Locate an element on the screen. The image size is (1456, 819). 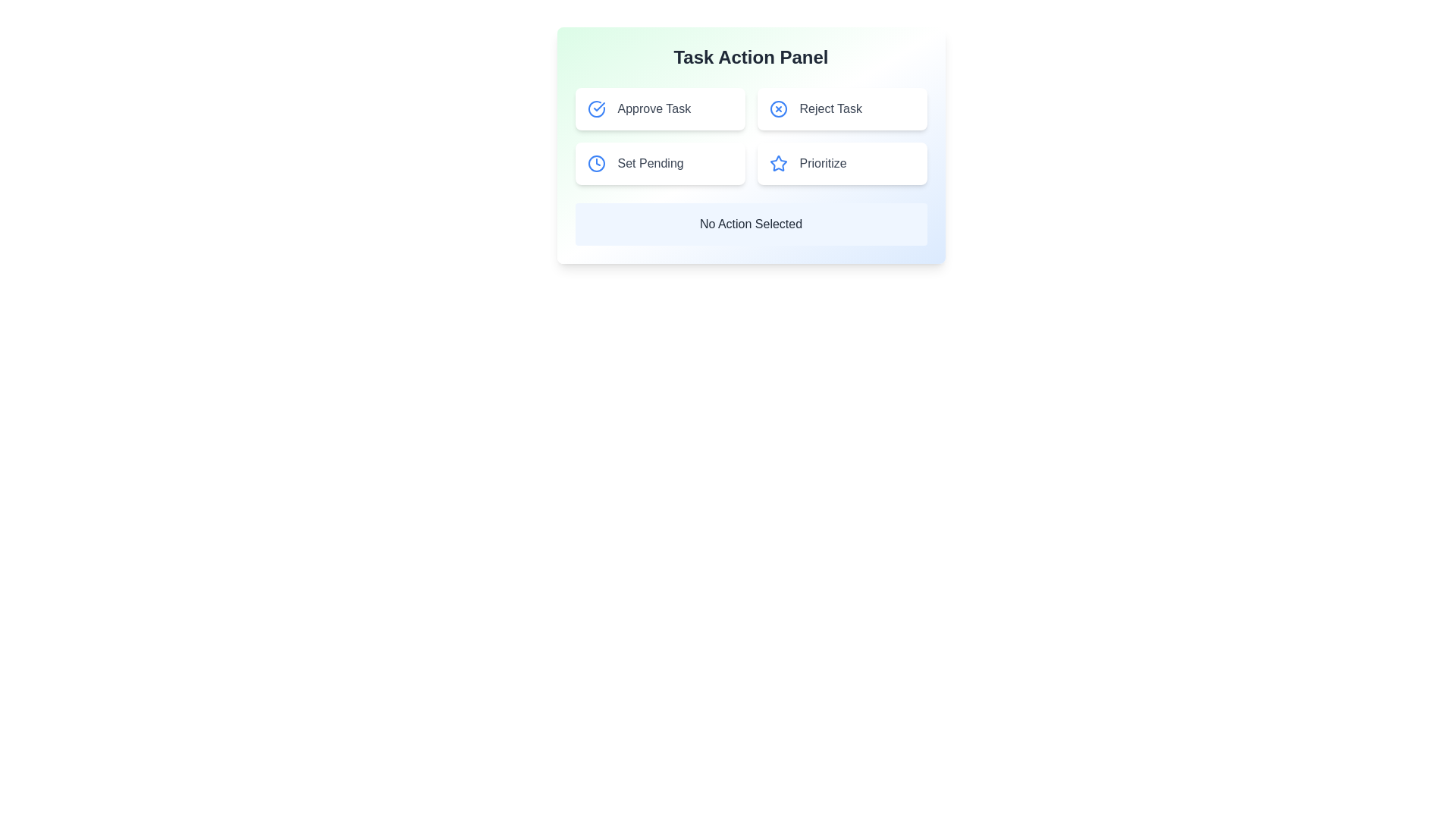
the 'Pending' button located in the bottom-left quadrant of the 'Task Action Panel' is located at coordinates (660, 164).